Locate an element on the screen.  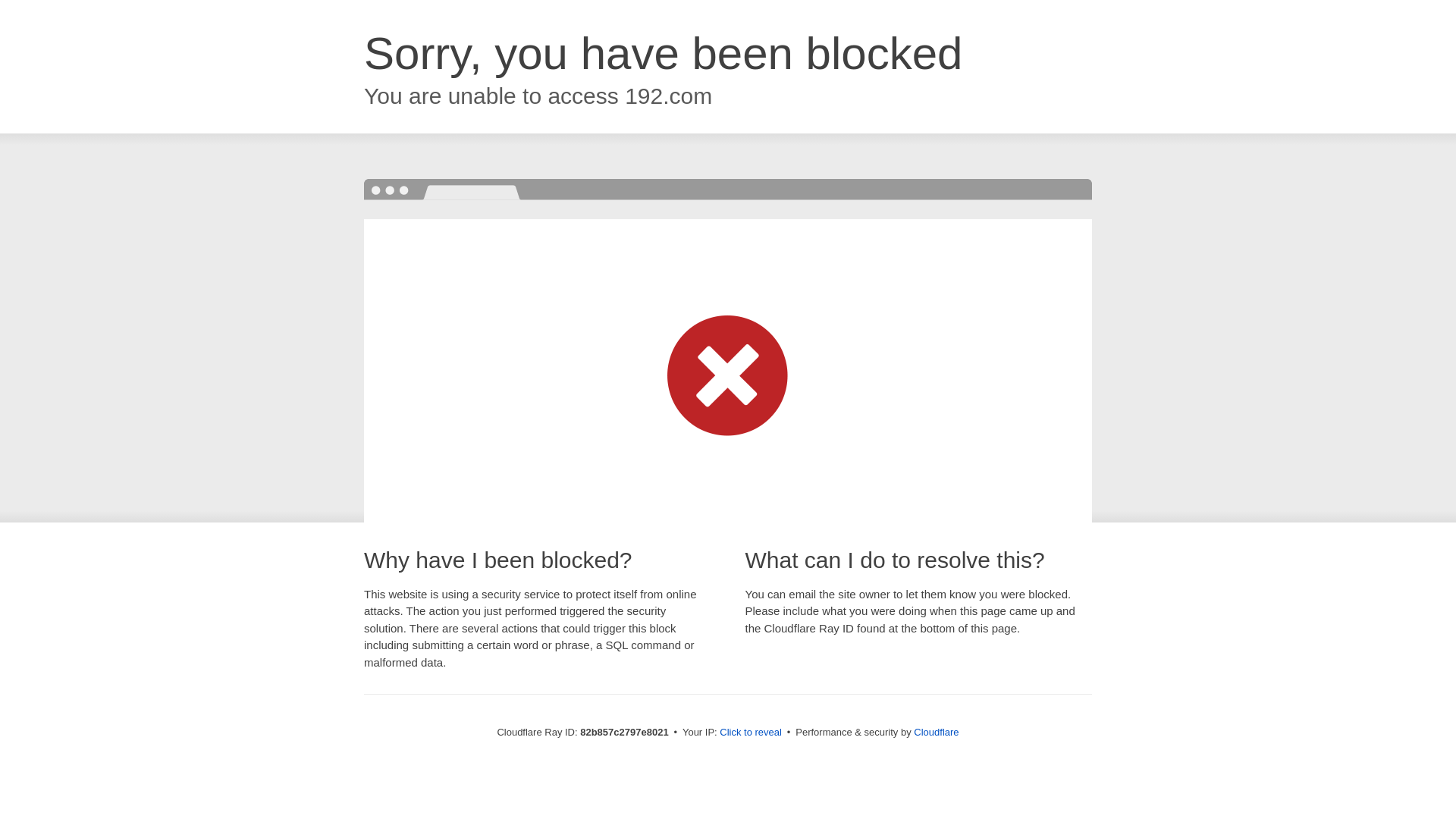
'Click to reveal' is located at coordinates (750, 731).